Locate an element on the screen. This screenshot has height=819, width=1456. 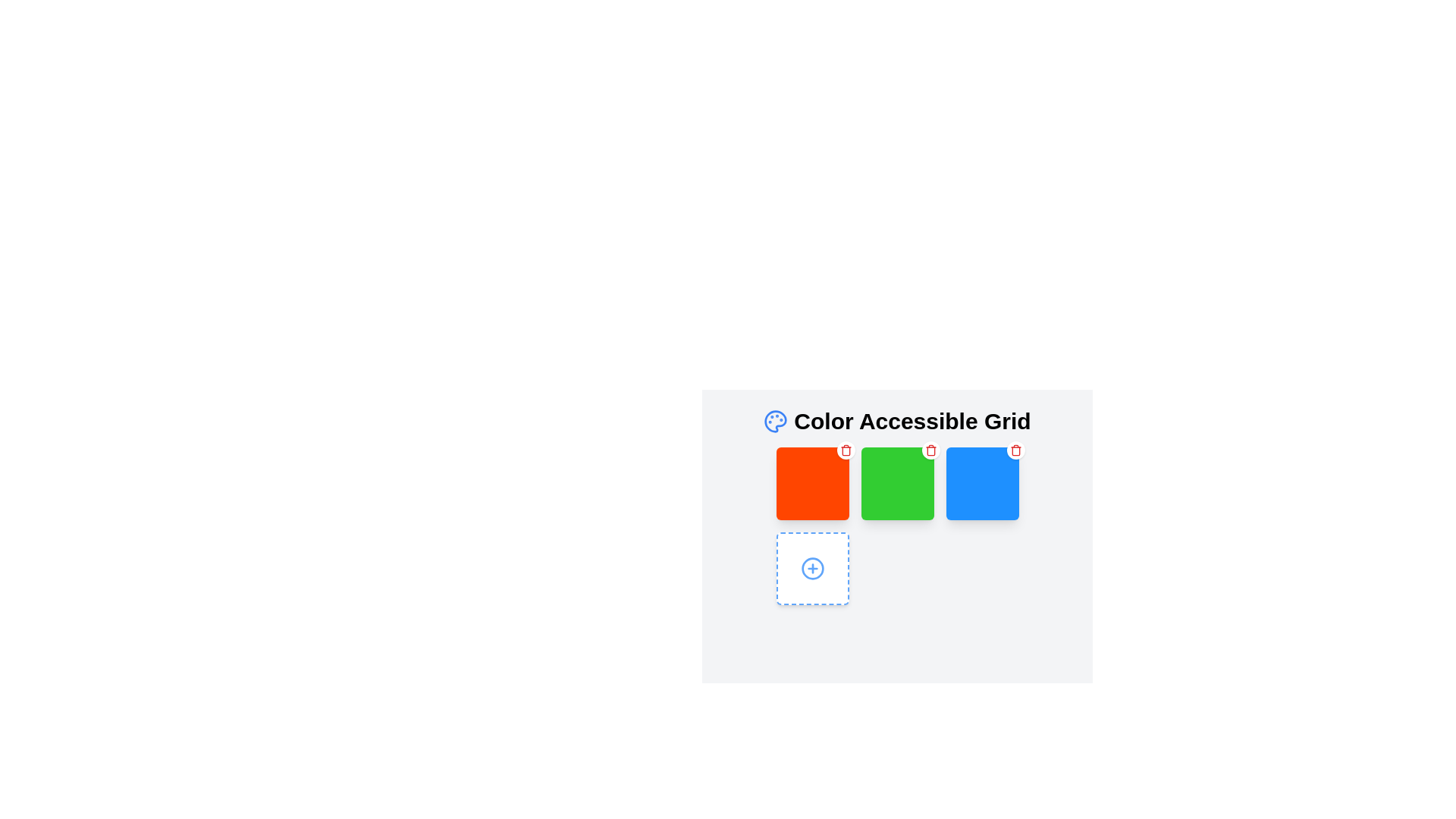
the delete button in the top-right corner of the red tile in the 'Color Accessible Grid' is located at coordinates (845, 450).